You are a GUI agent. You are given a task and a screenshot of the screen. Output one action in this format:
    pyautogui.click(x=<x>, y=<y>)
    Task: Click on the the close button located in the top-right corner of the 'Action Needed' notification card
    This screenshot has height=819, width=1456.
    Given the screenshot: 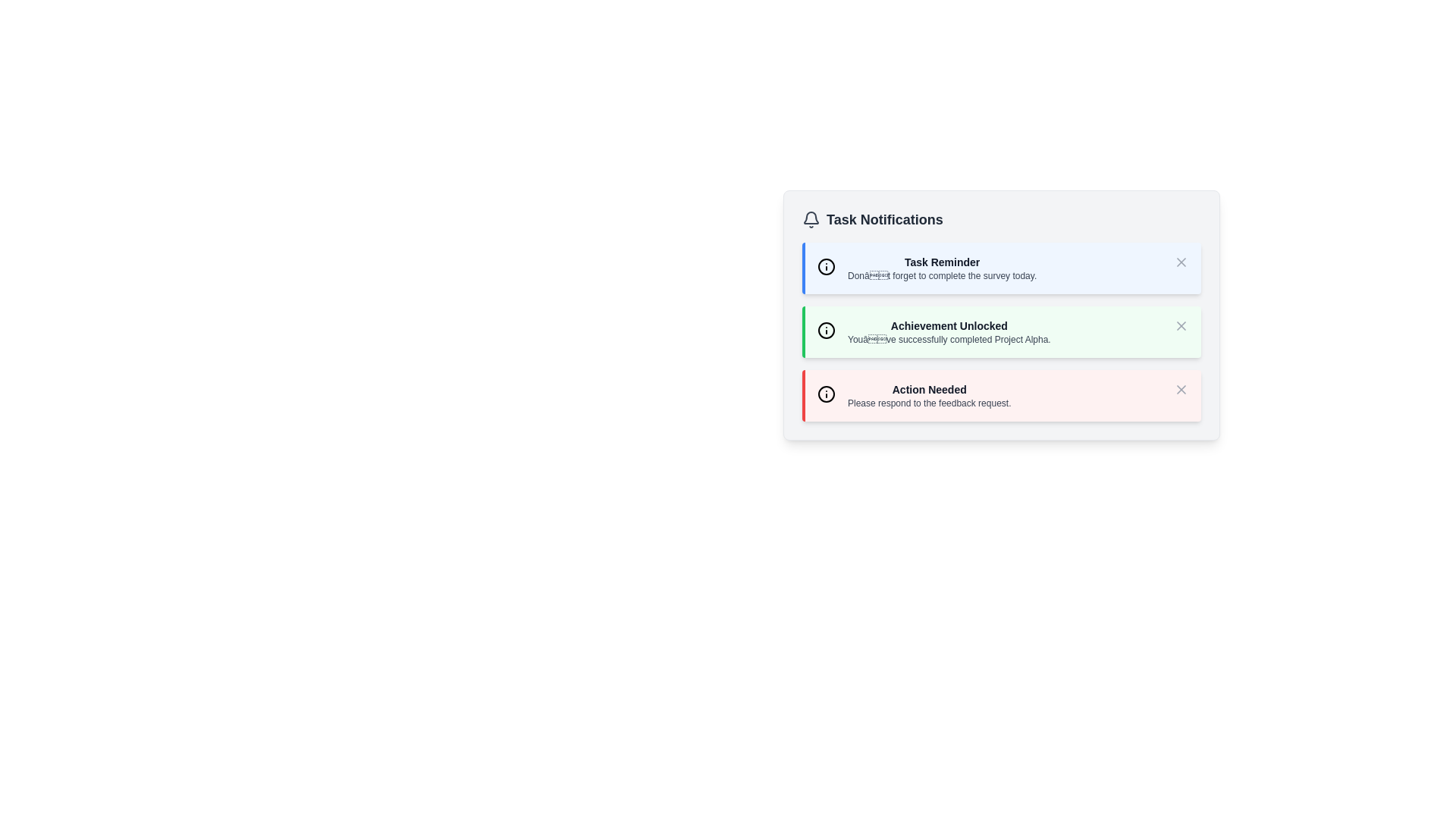 What is the action you would take?
    pyautogui.click(x=1181, y=388)
    